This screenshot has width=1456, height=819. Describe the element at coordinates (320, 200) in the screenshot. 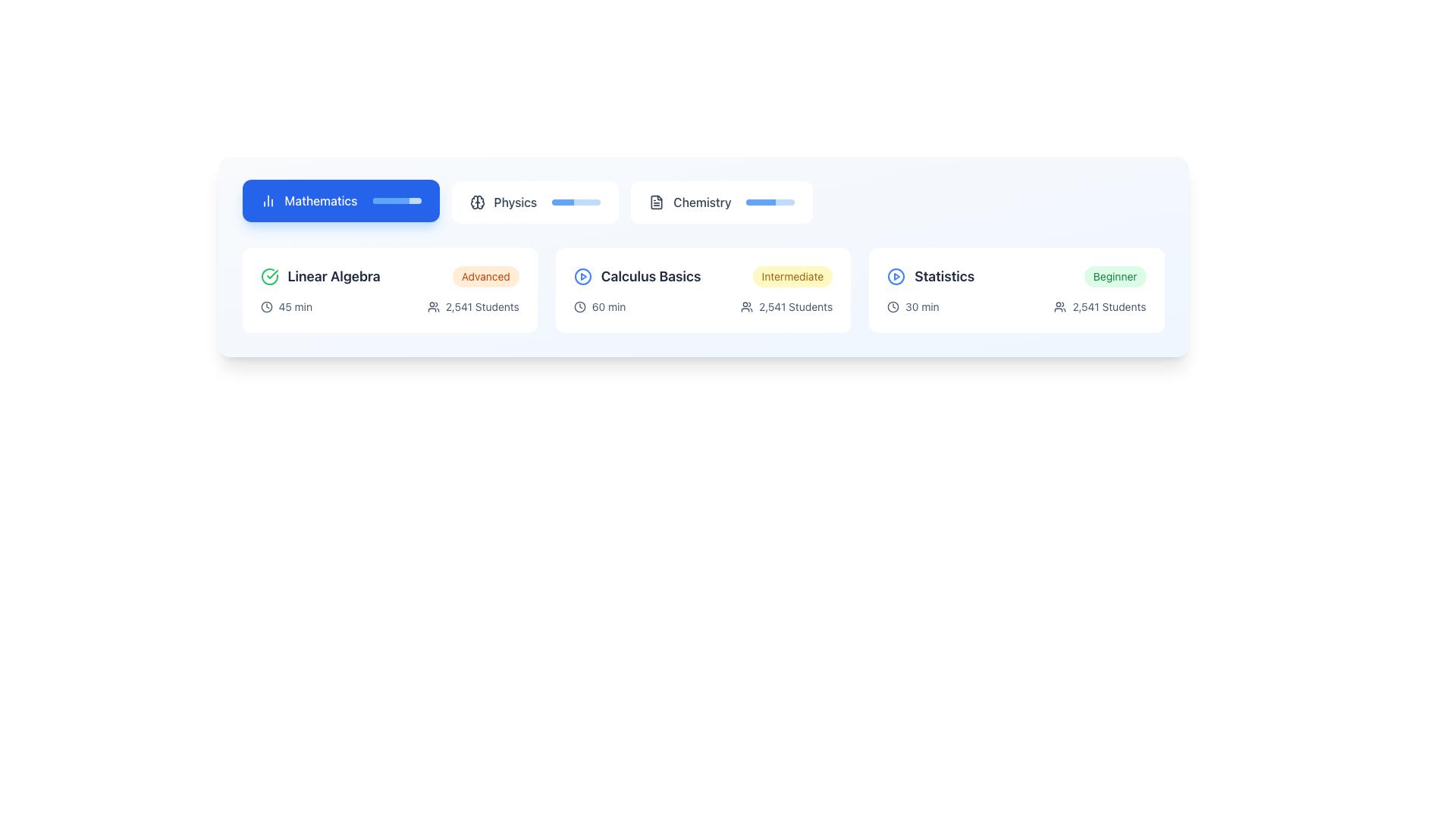

I see `the 'Mathematics' label, which serves as a title for the associated button, located at the center of the blue rectangular button in the top left corner of the interface` at that location.